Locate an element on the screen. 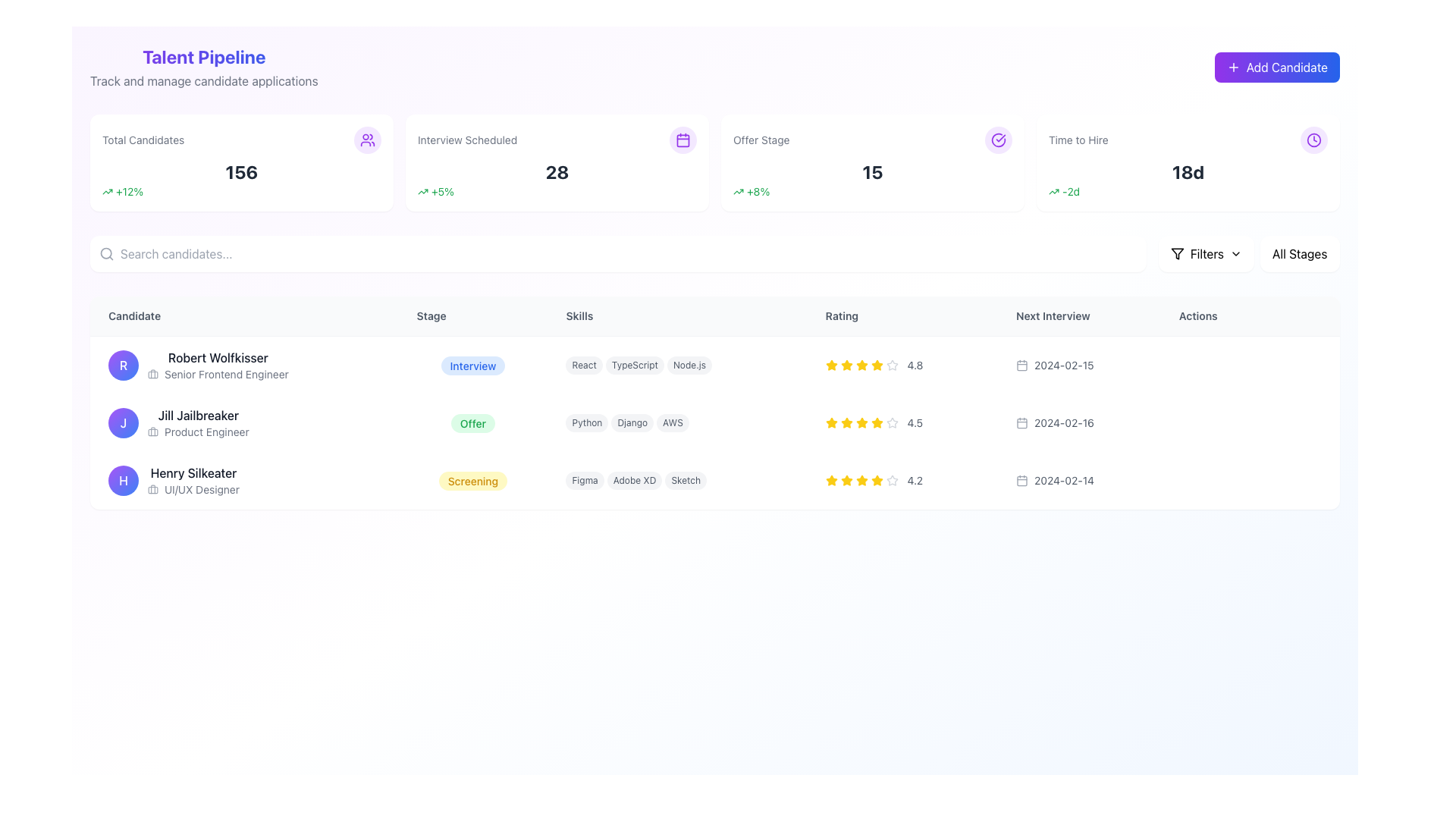 The image size is (1456, 819). upward-trending arrow icon adjacent to the small green text '-2d' located below the bold '18d' text in the 'Time to Hire' section is located at coordinates (1187, 191).